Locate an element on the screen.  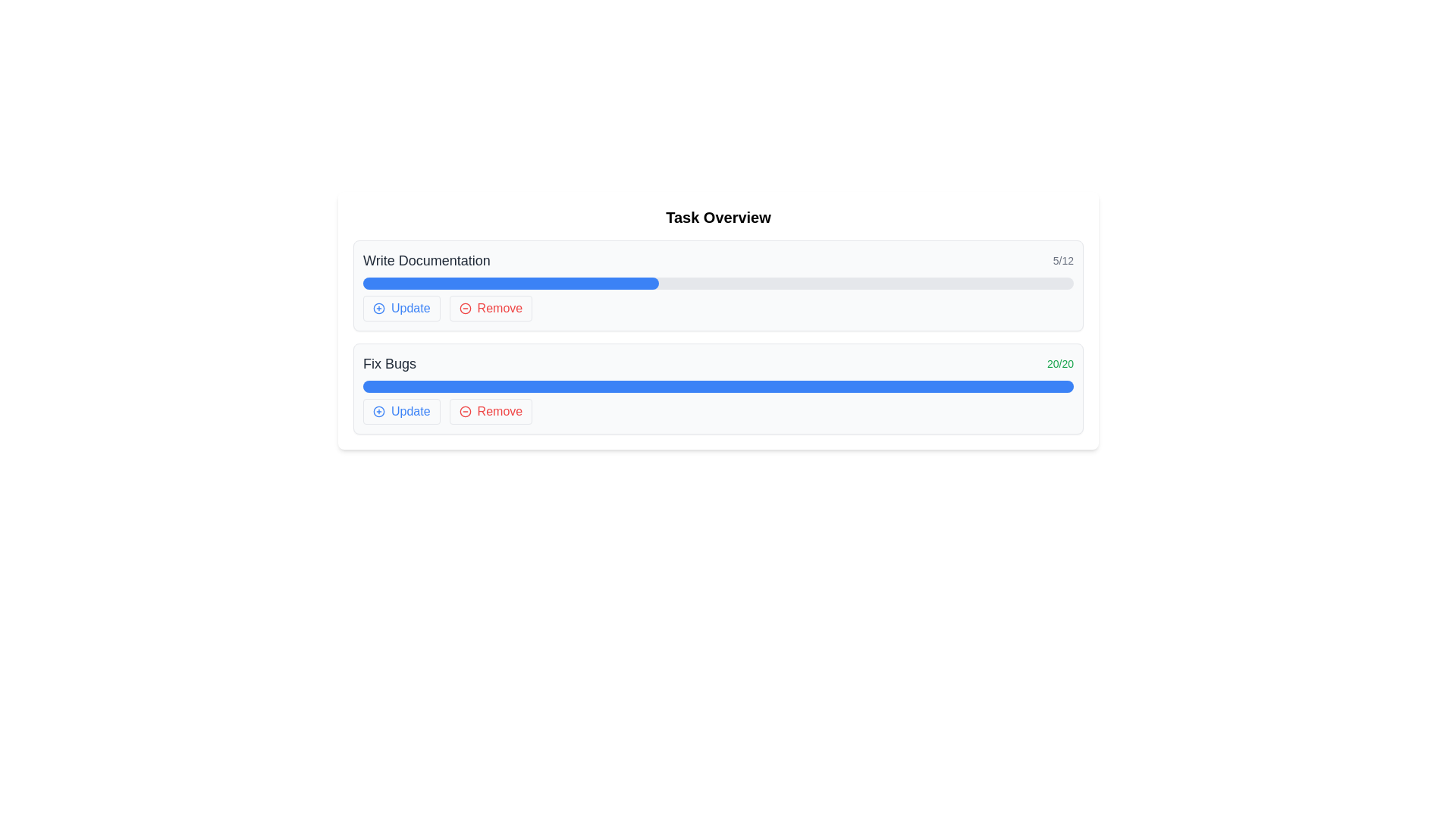
the progress bar located in the lower task card, which visually represents the task completion status and is positioned centrally below the 'Fix Bugs' text is located at coordinates (717, 385).